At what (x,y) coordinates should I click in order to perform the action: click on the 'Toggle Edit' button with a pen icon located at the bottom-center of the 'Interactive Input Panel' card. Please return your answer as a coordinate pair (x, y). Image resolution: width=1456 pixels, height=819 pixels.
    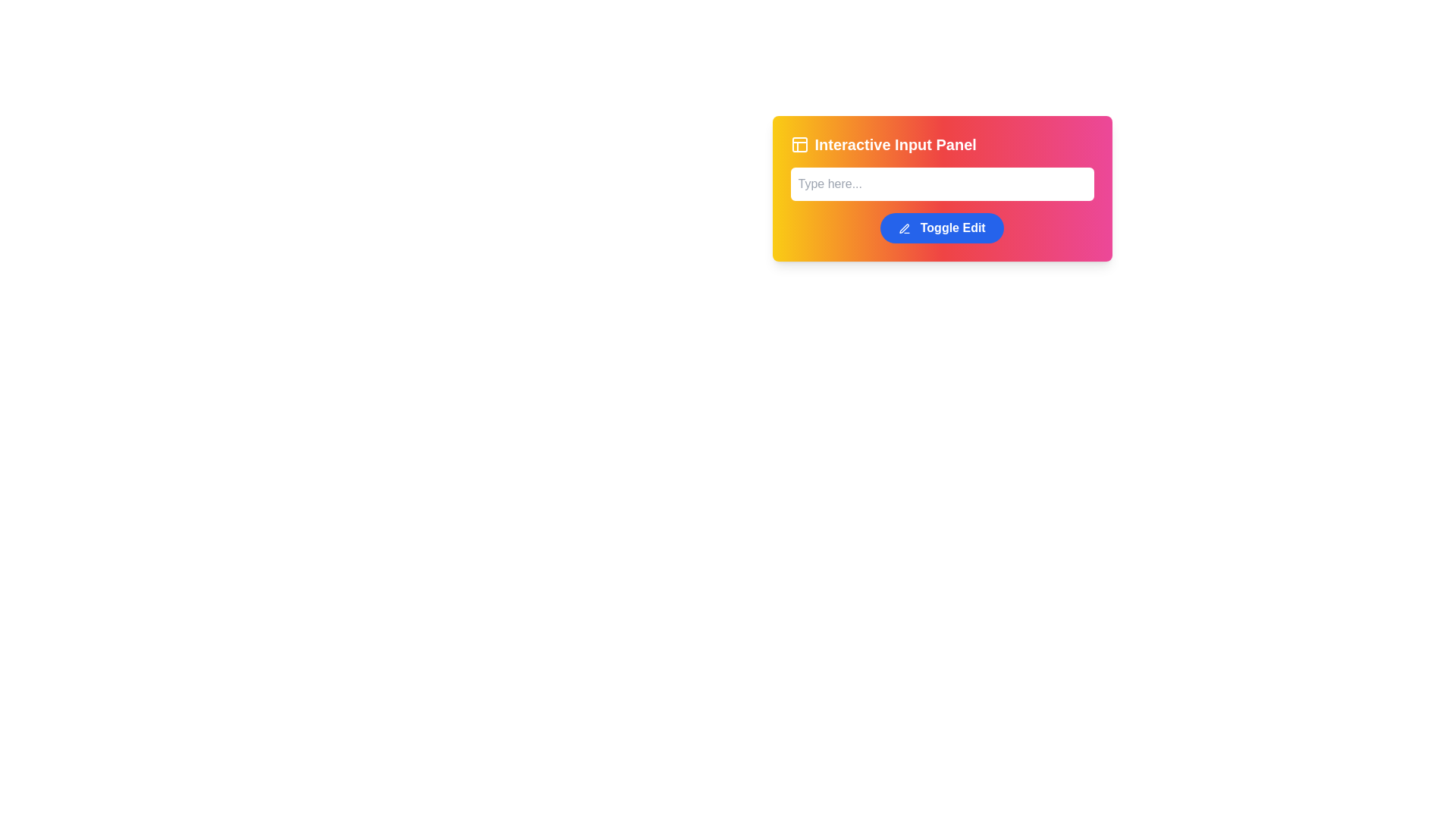
    Looking at the image, I should click on (941, 227).